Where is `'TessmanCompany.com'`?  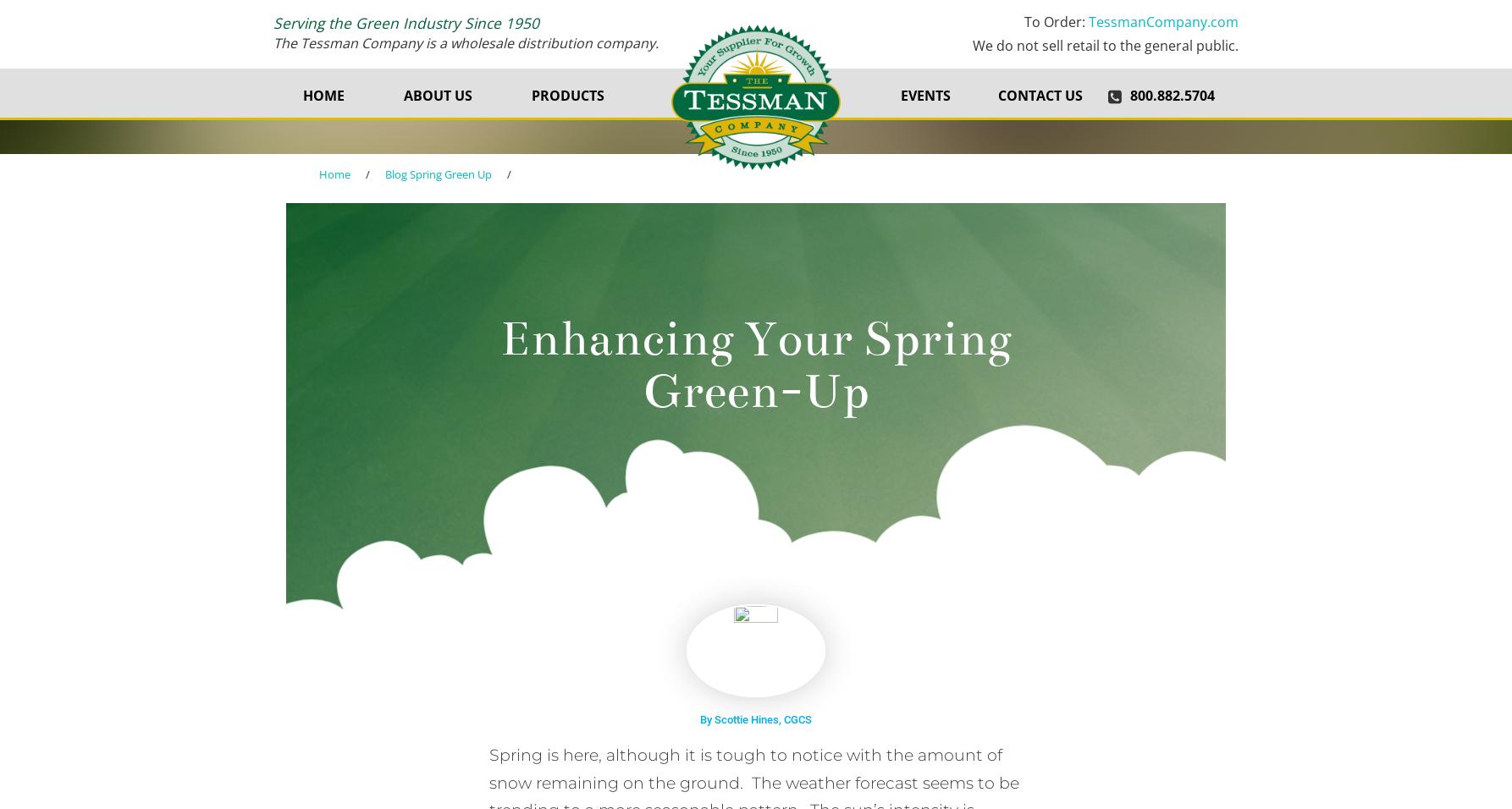 'TessmanCompany.com' is located at coordinates (1162, 21).